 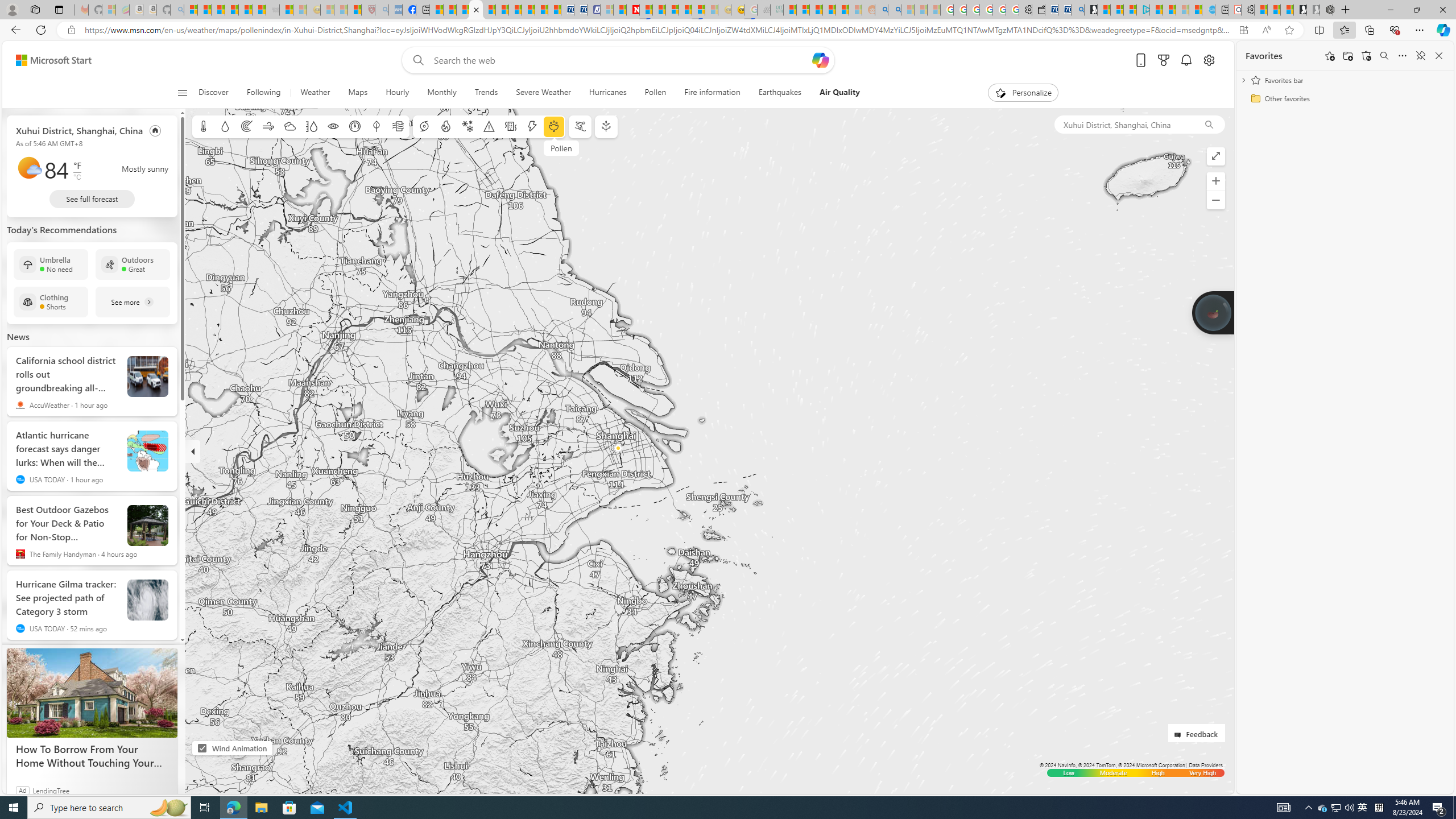 I want to click on 'Bing Real Estate - Home sales and rental listings', so click(x=1077, y=9).